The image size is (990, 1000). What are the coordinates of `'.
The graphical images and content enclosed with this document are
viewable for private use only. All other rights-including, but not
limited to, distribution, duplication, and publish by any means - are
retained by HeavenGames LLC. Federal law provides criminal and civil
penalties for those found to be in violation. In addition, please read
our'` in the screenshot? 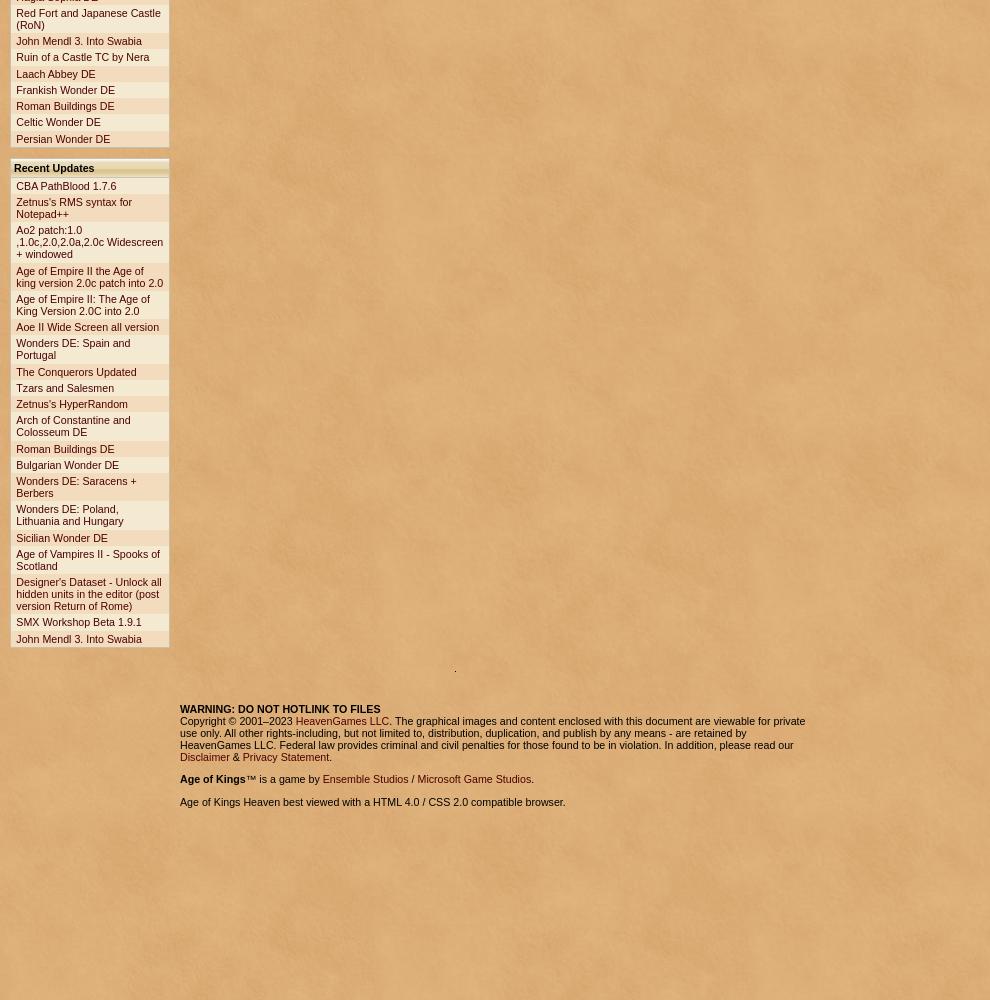 It's located at (492, 731).